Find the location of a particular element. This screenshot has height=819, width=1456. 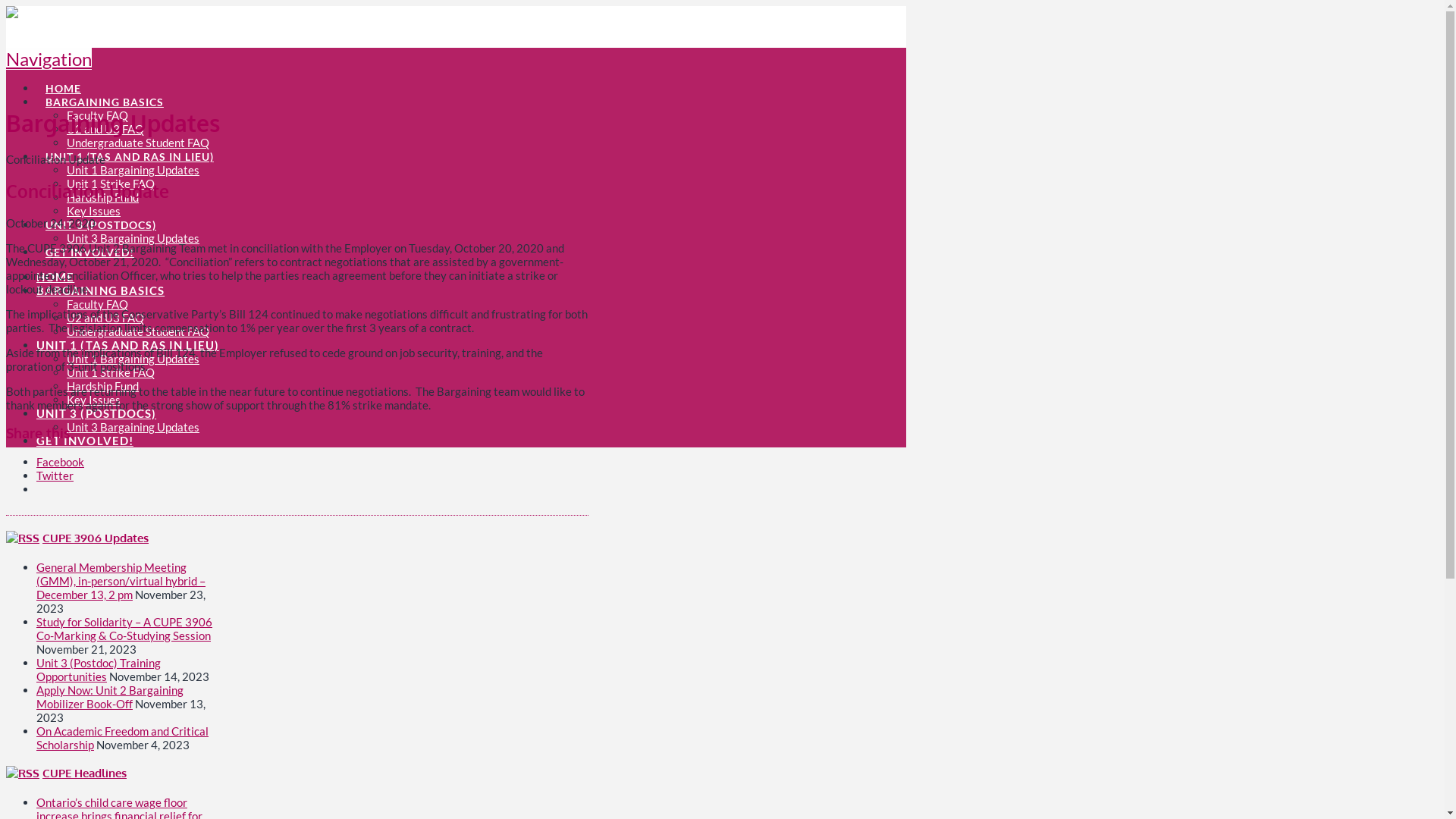

'Twitter' is located at coordinates (36, 475).